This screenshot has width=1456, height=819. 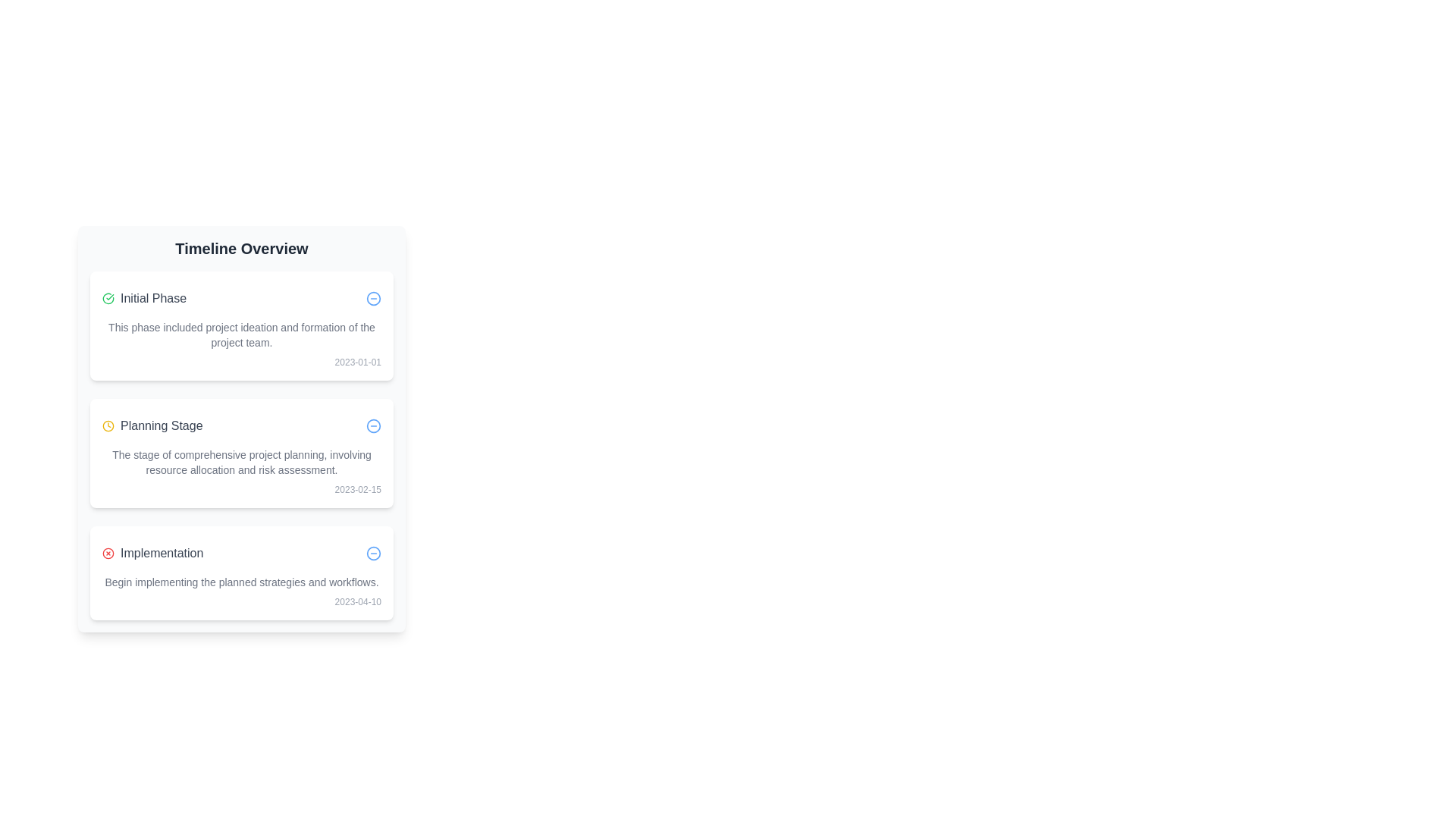 What do you see at coordinates (108, 298) in the screenshot?
I see `the state of the icon that indicates the completion of the 'Initial Phase' in the timeline, located immediately to the left of the 'Initial Phase' text` at bounding box center [108, 298].